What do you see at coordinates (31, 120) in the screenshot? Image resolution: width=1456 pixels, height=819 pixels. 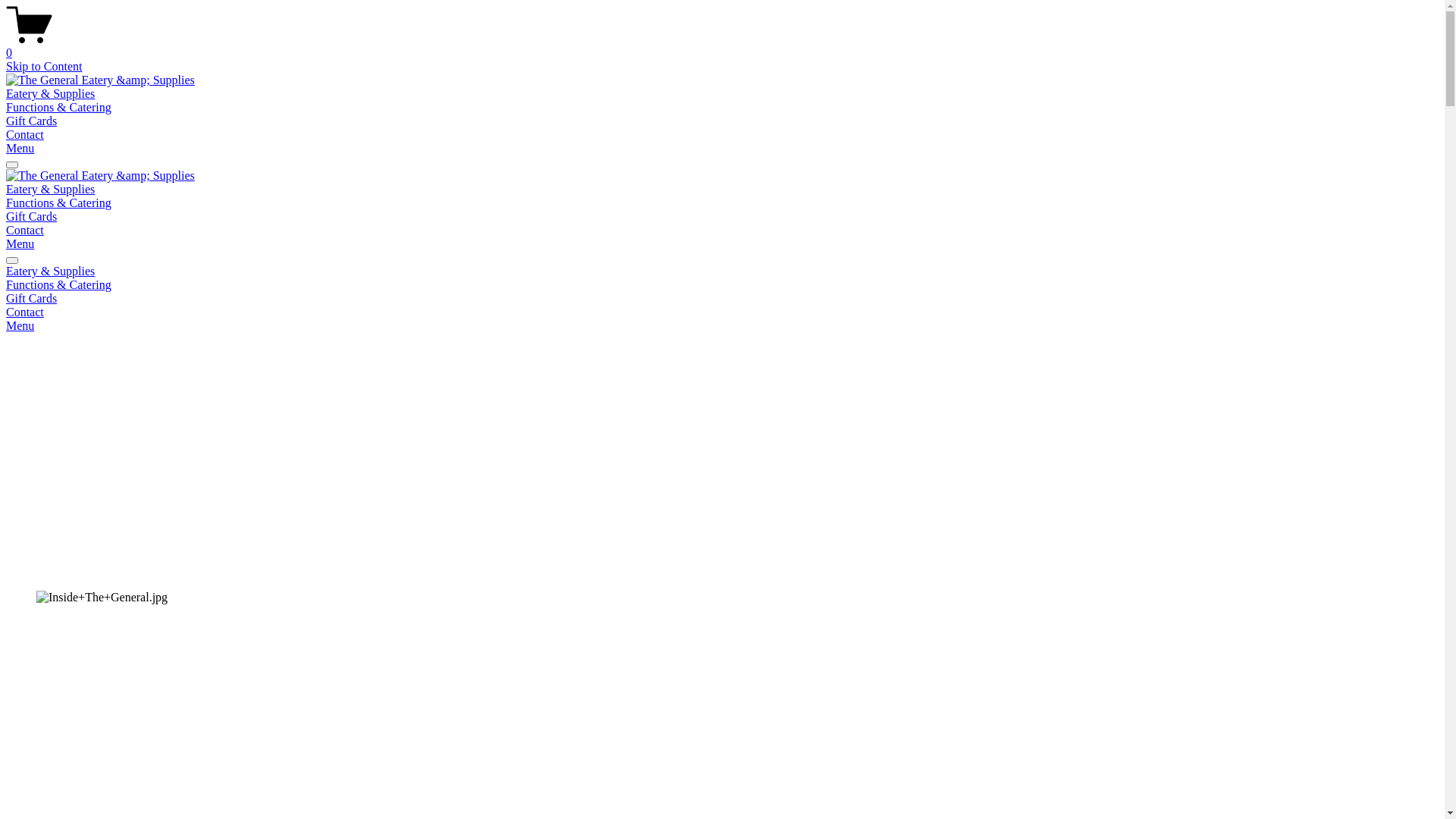 I see `'Gift Cards'` at bounding box center [31, 120].